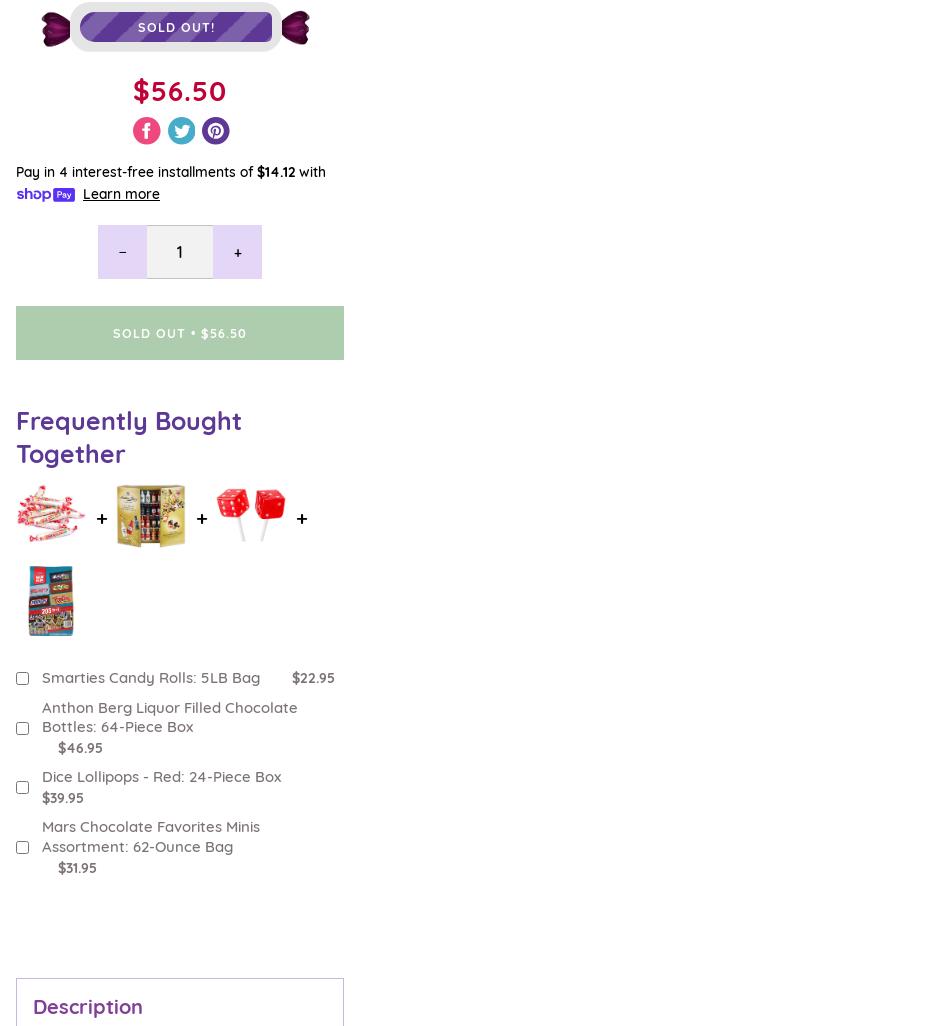  What do you see at coordinates (15, 849) in the screenshot?
I see `'Candy Ambassador'` at bounding box center [15, 849].